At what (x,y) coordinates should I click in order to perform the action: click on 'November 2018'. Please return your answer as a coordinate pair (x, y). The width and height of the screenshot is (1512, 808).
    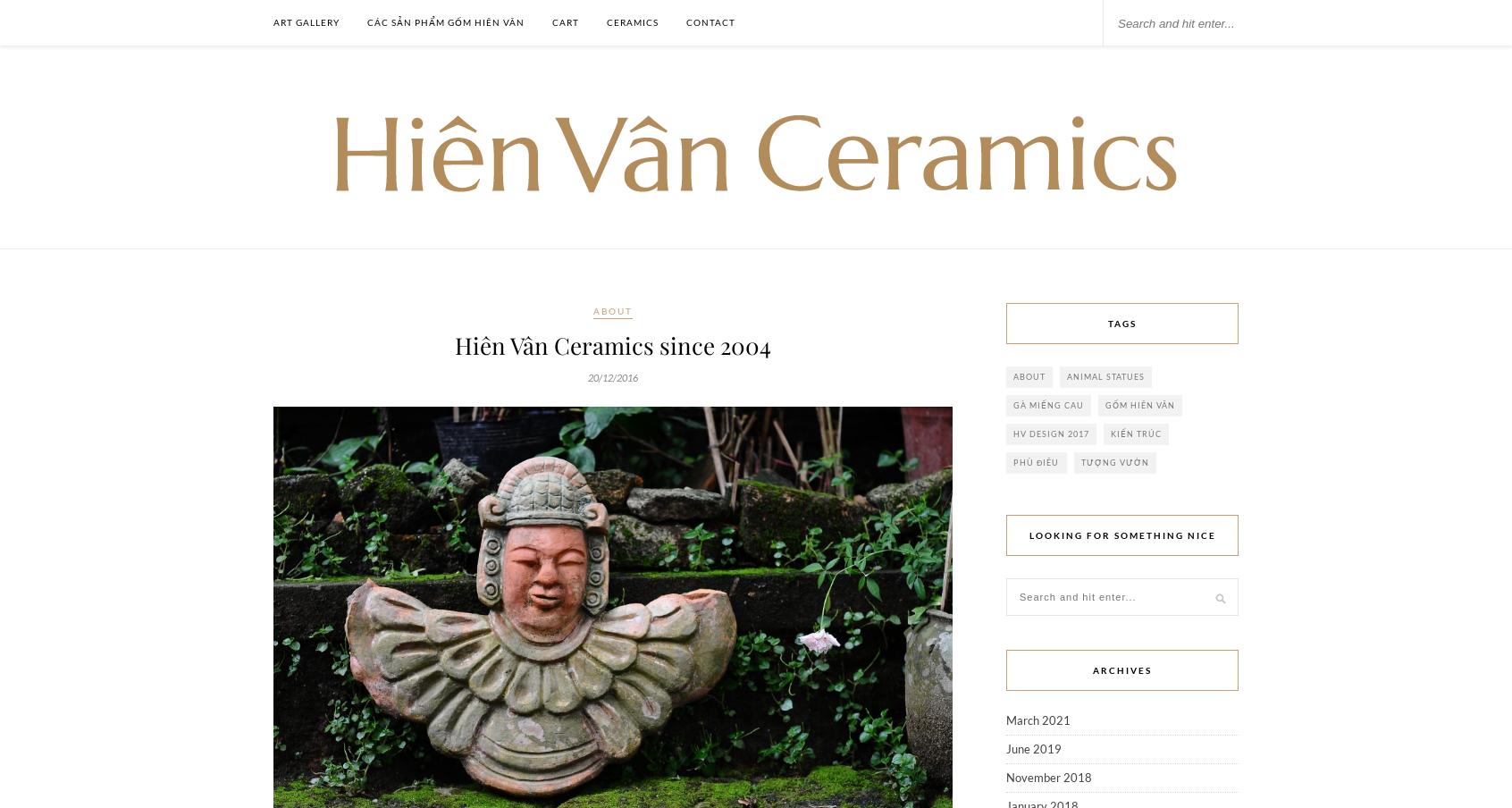
    Looking at the image, I should click on (1048, 778).